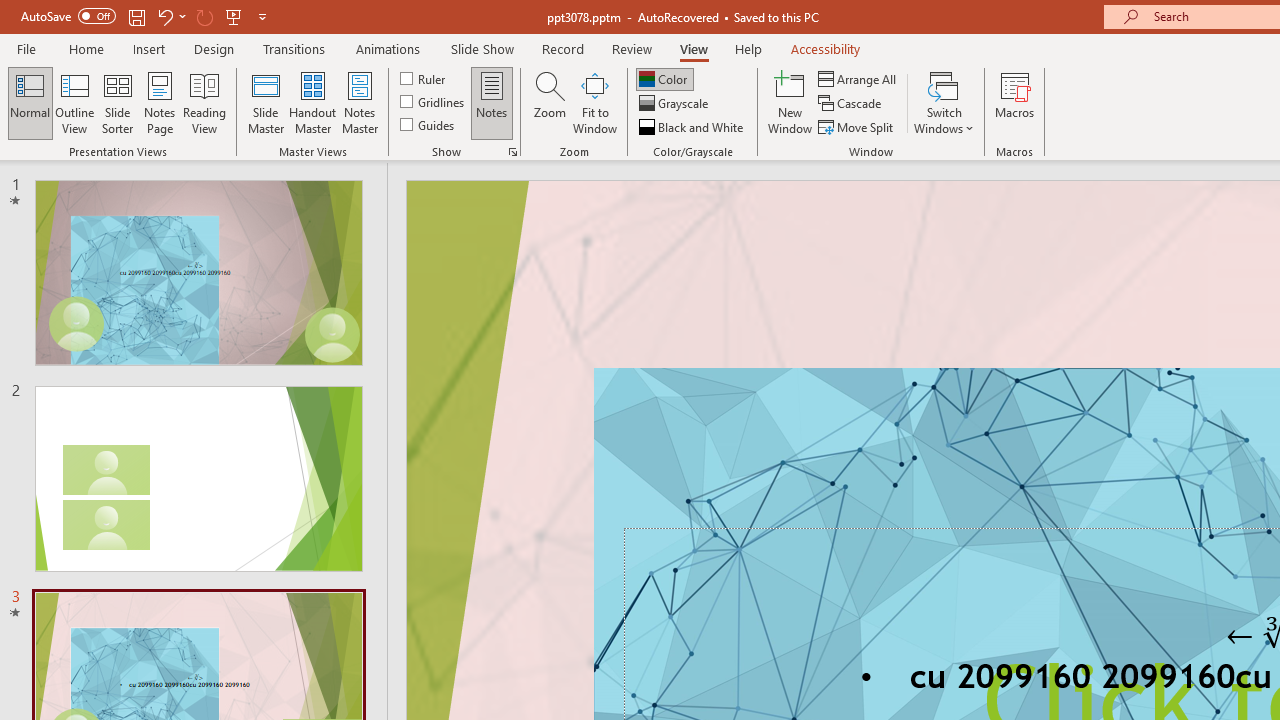  What do you see at coordinates (264, 103) in the screenshot?
I see `'Slide Master'` at bounding box center [264, 103].